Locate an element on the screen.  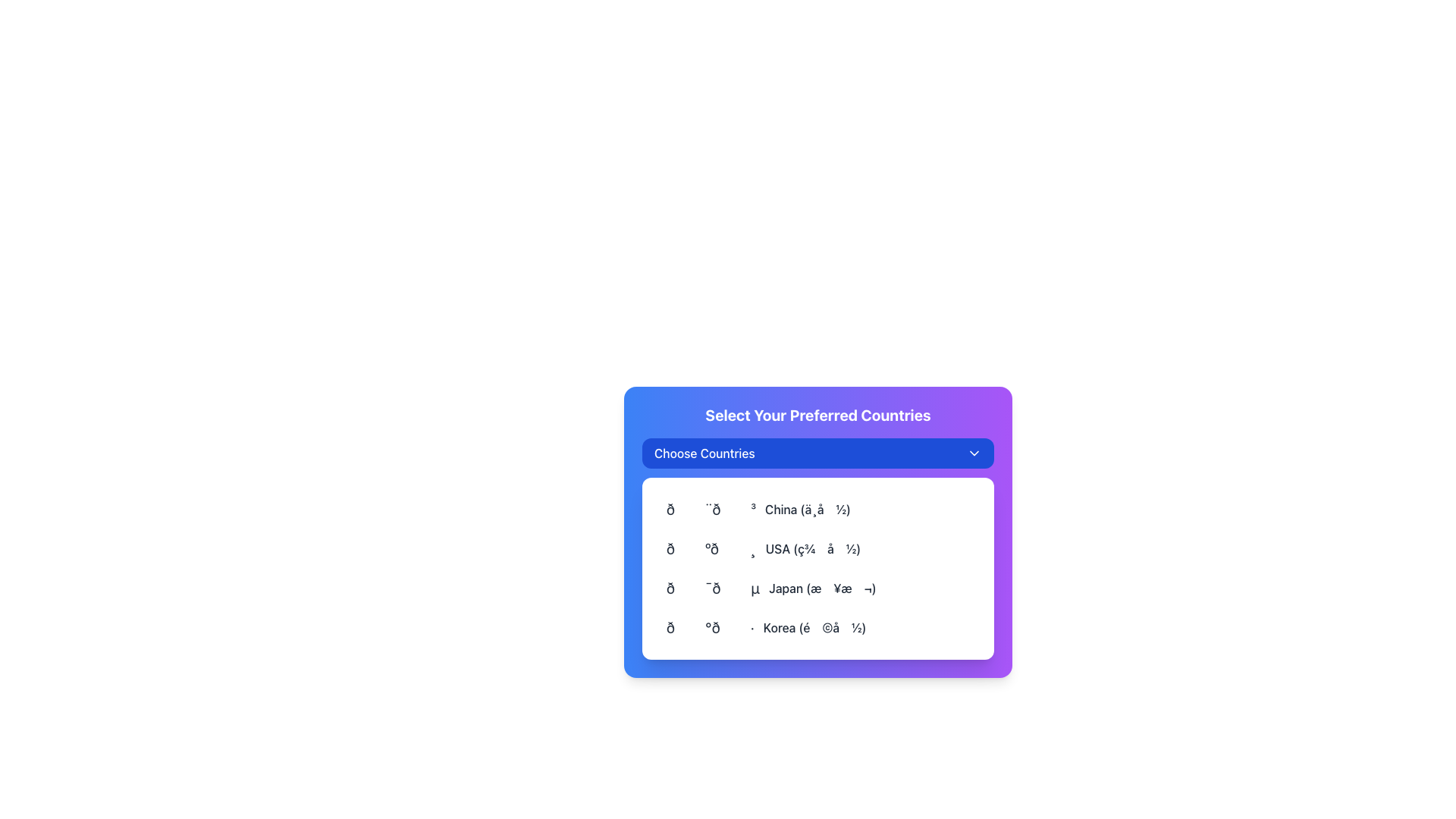
the 'Choose Countries' label, which displays white text on a blue background within a dropdown menu is located at coordinates (704, 452).